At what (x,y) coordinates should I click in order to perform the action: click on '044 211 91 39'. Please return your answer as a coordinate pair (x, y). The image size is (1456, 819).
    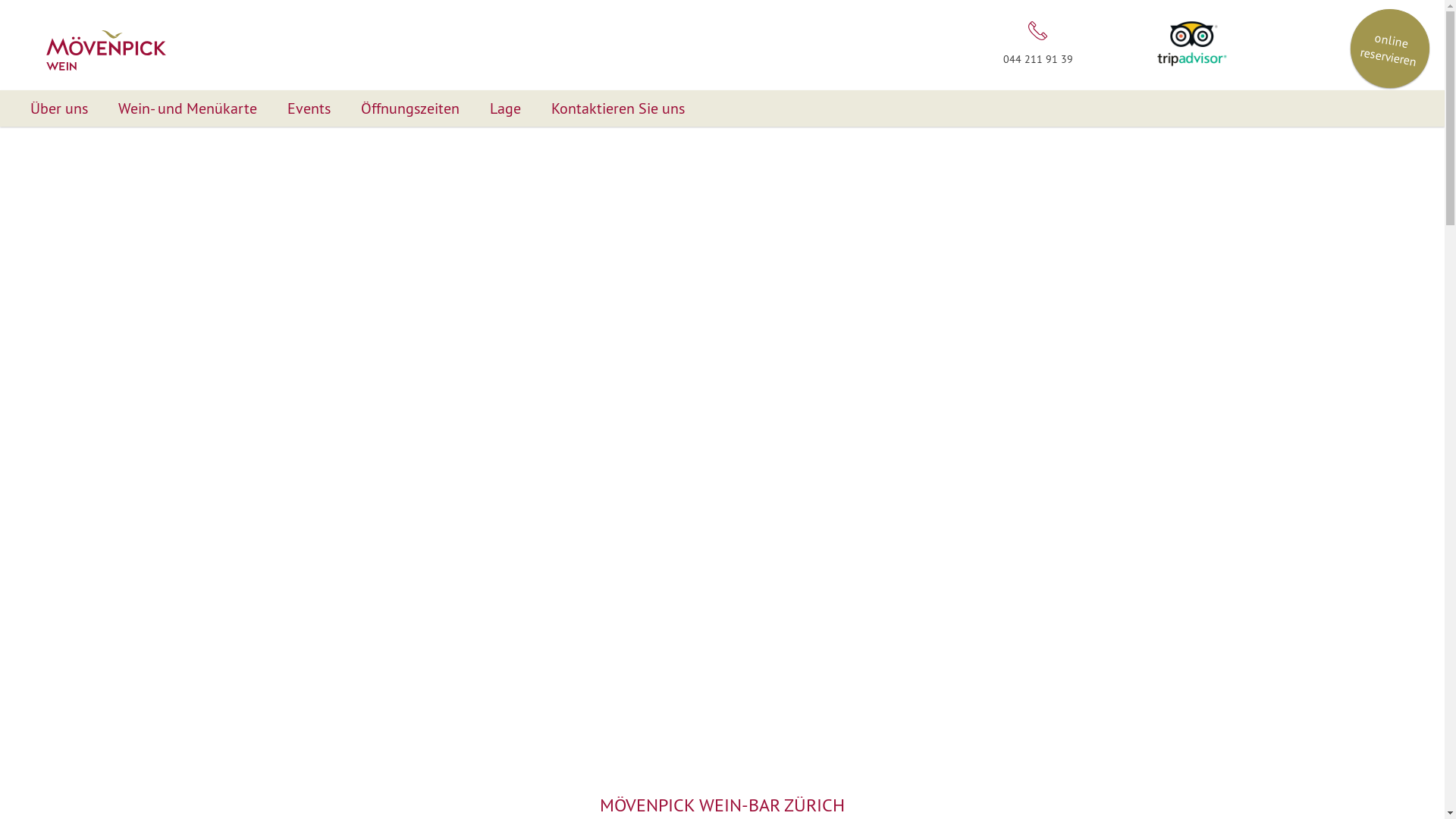
    Looking at the image, I should click on (1037, 40).